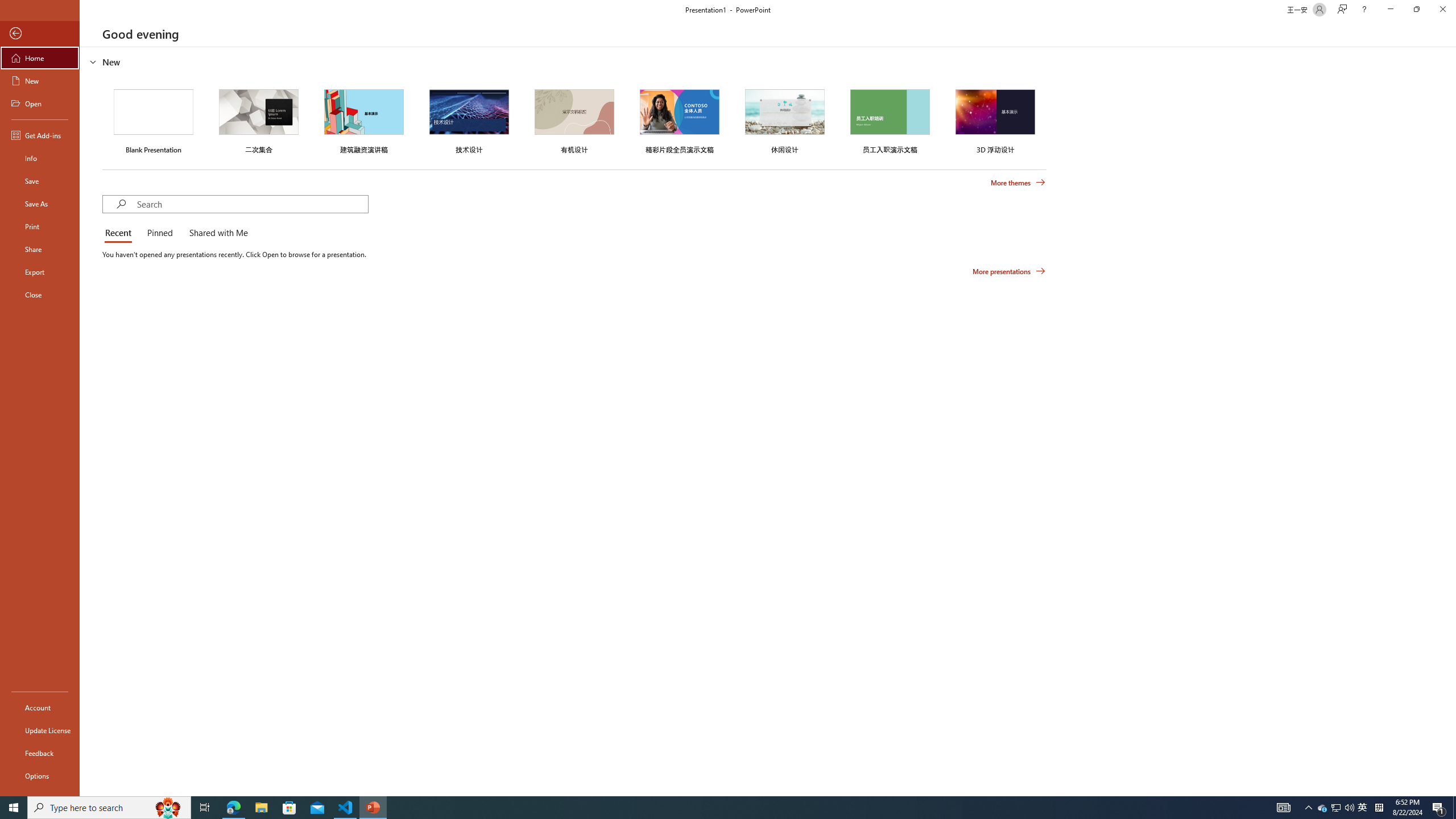 The height and width of the screenshot is (819, 1456). What do you see at coordinates (39, 202) in the screenshot?
I see `'Save As'` at bounding box center [39, 202].